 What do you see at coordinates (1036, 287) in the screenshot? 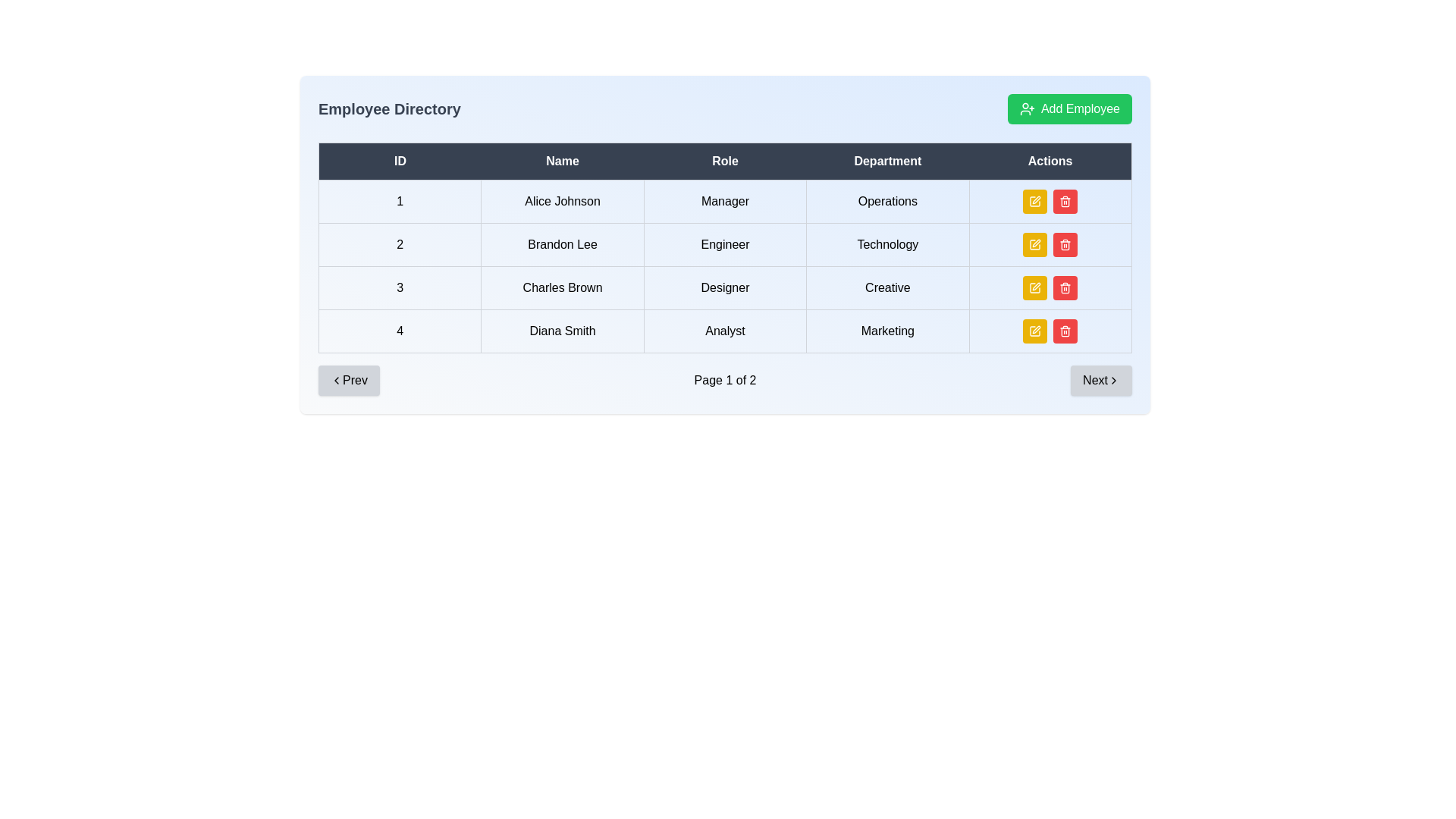
I see `the pen icon button located in the 'Actions' column, third row for user 'Charles Brown'` at bounding box center [1036, 287].